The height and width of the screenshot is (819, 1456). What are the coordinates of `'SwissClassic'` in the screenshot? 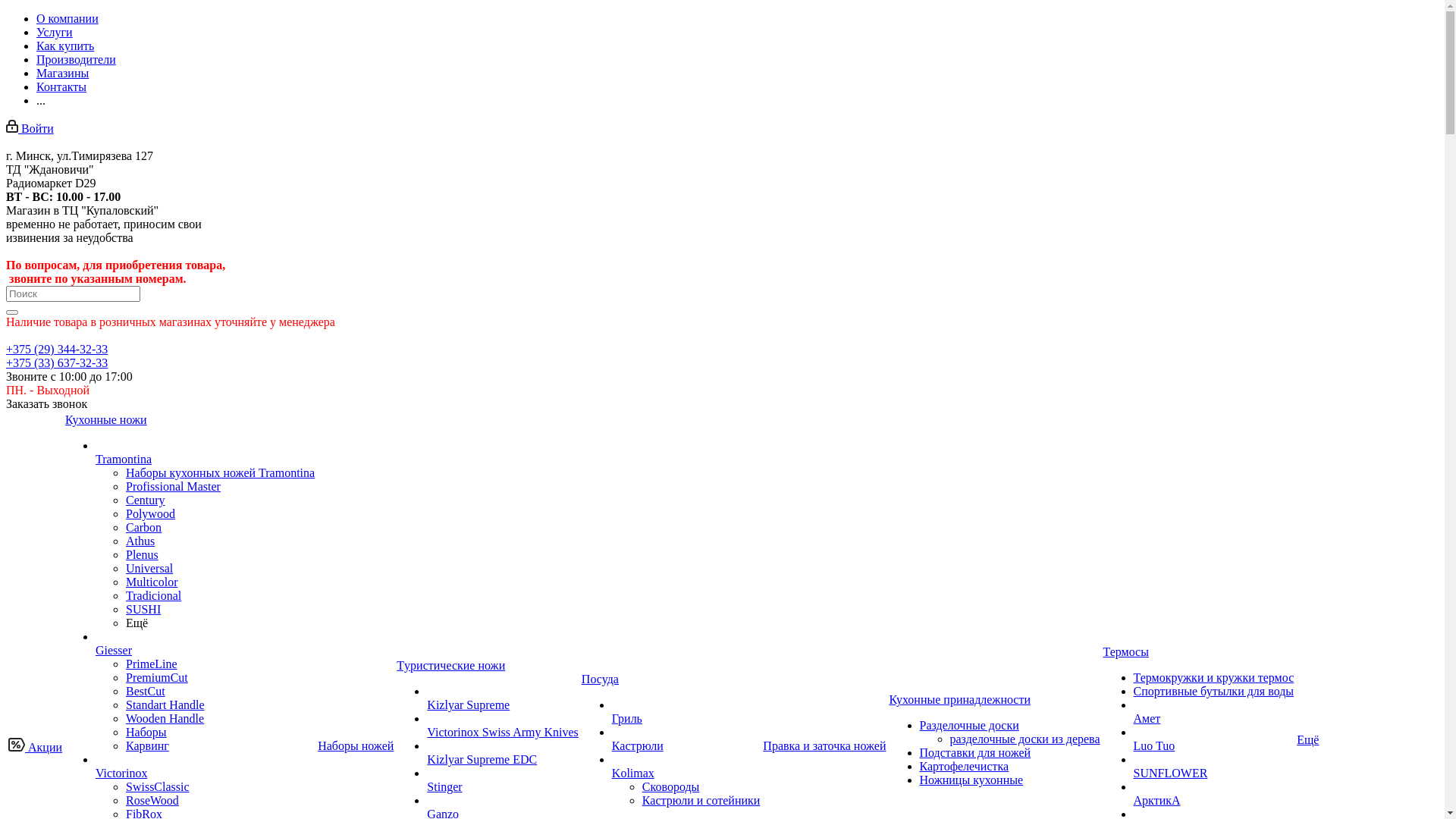 It's located at (126, 786).